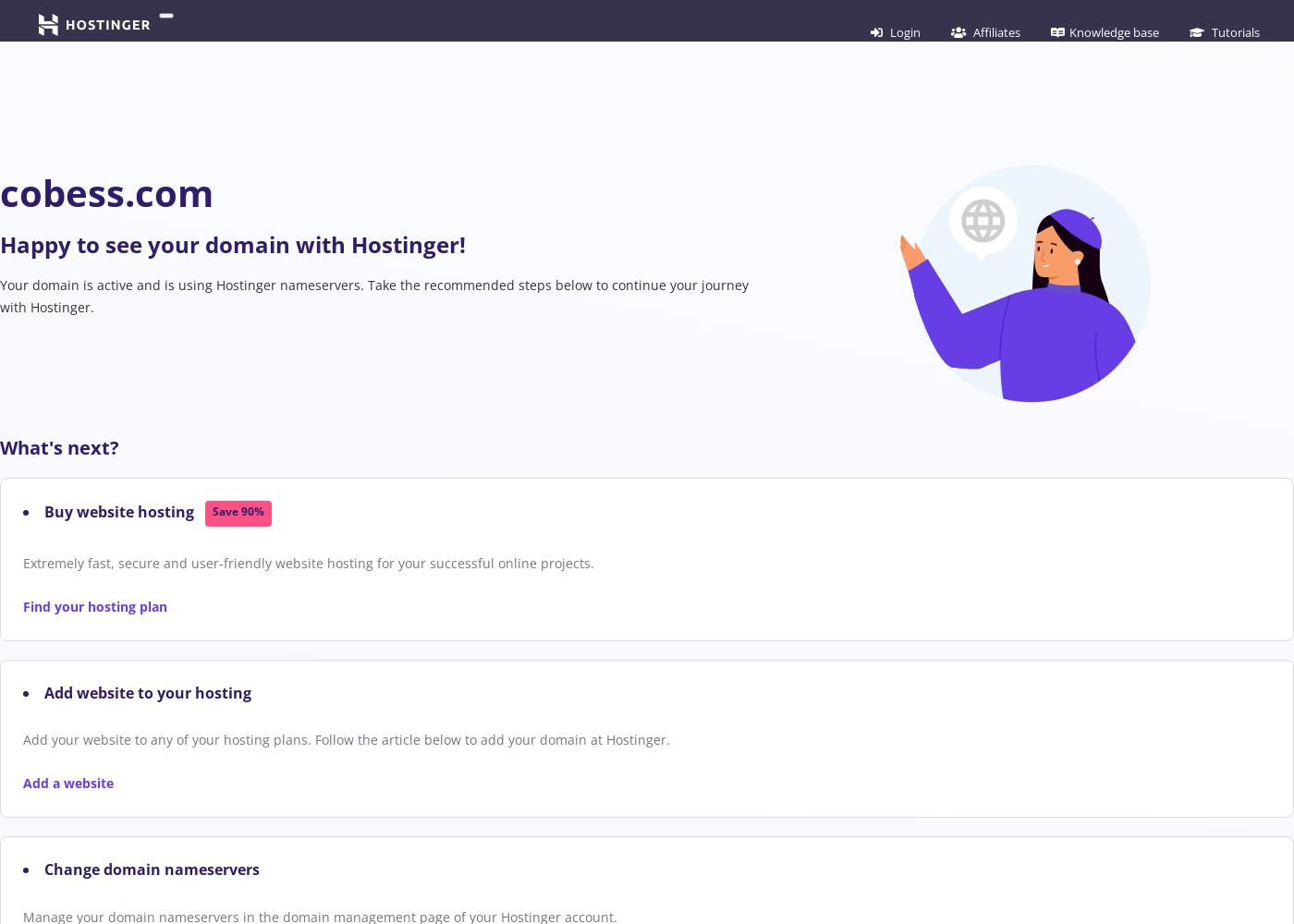 The image size is (1294, 924). I want to click on 'Add website to your hosting', so click(44, 691).